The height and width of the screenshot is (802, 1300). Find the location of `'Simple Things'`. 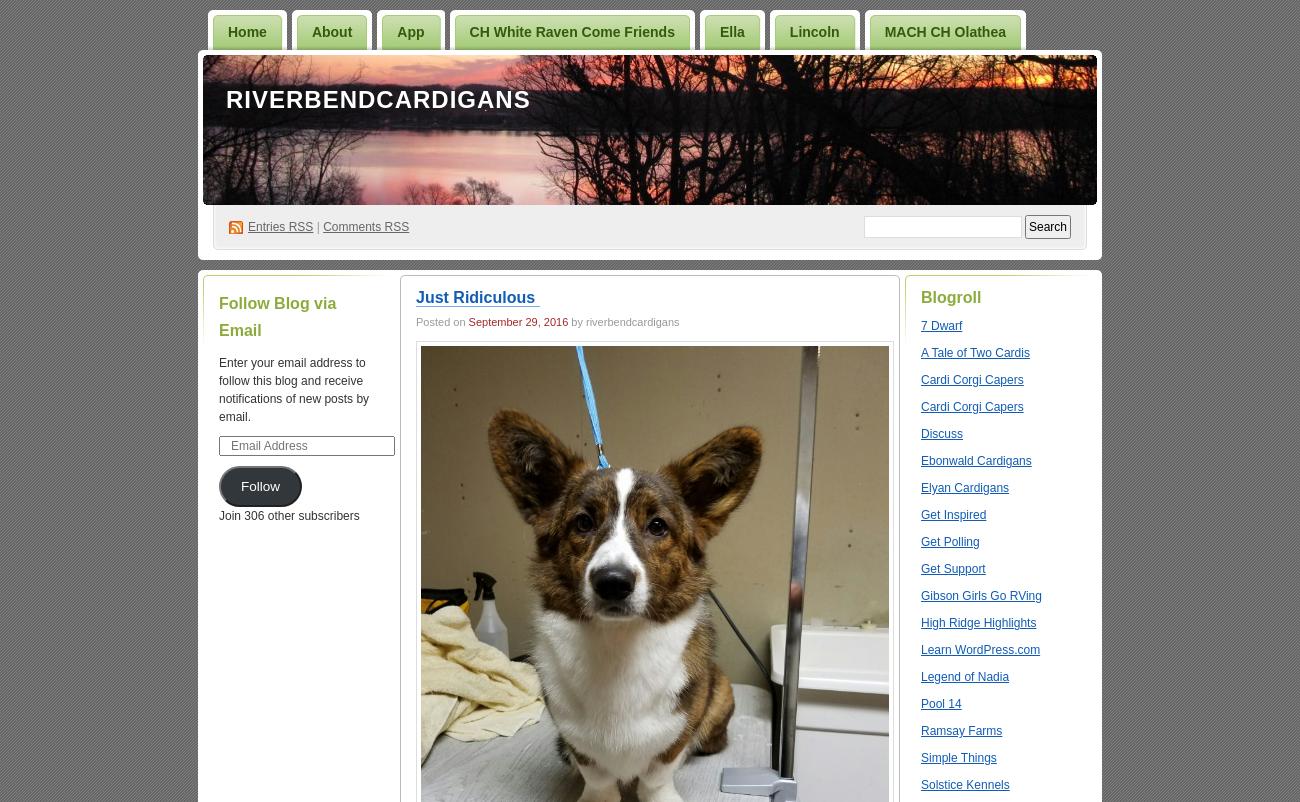

'Simple Things' is located at coordinates (958, 757).